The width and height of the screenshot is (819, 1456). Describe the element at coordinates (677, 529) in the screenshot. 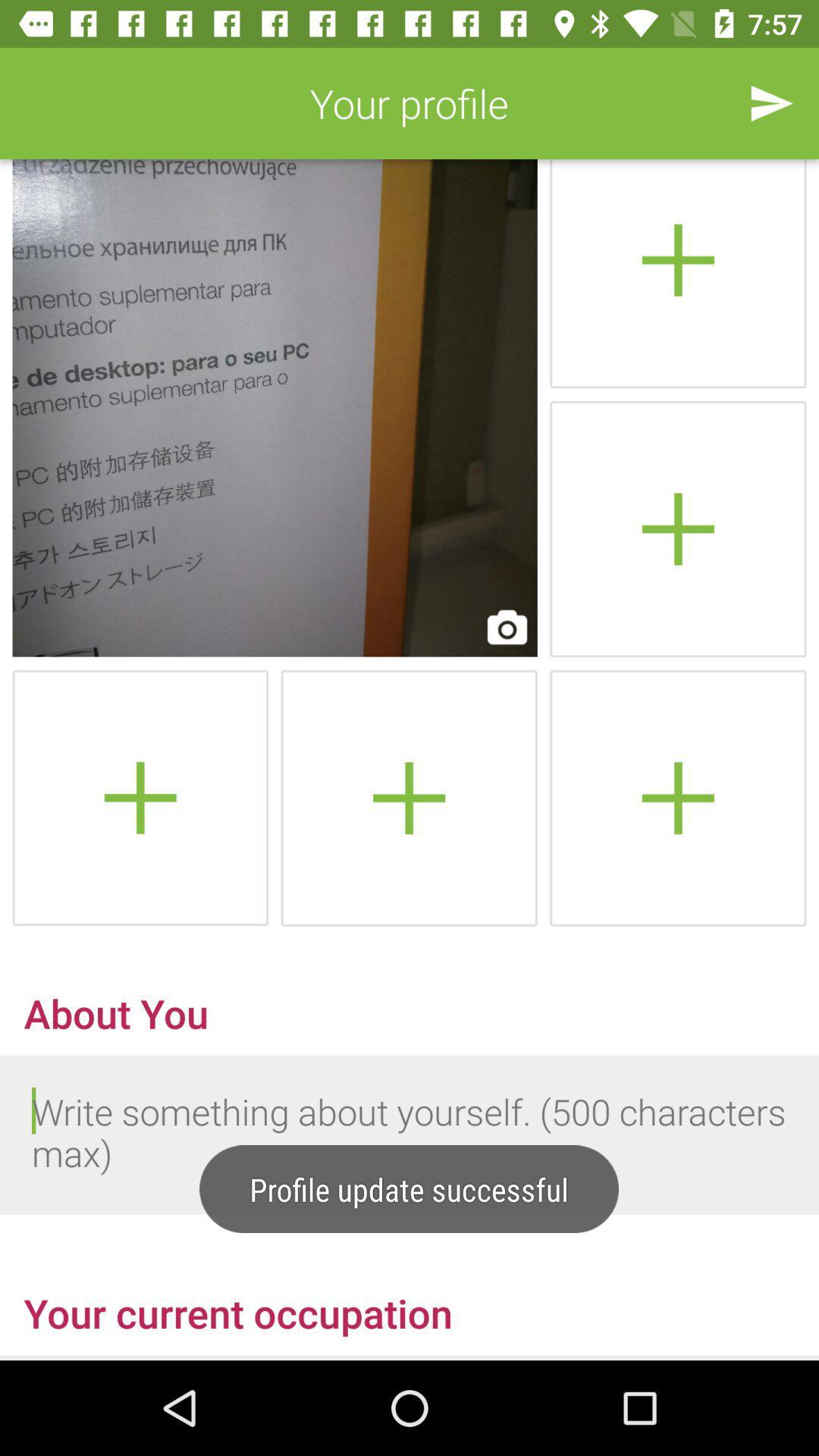

I see `photo` at that location.